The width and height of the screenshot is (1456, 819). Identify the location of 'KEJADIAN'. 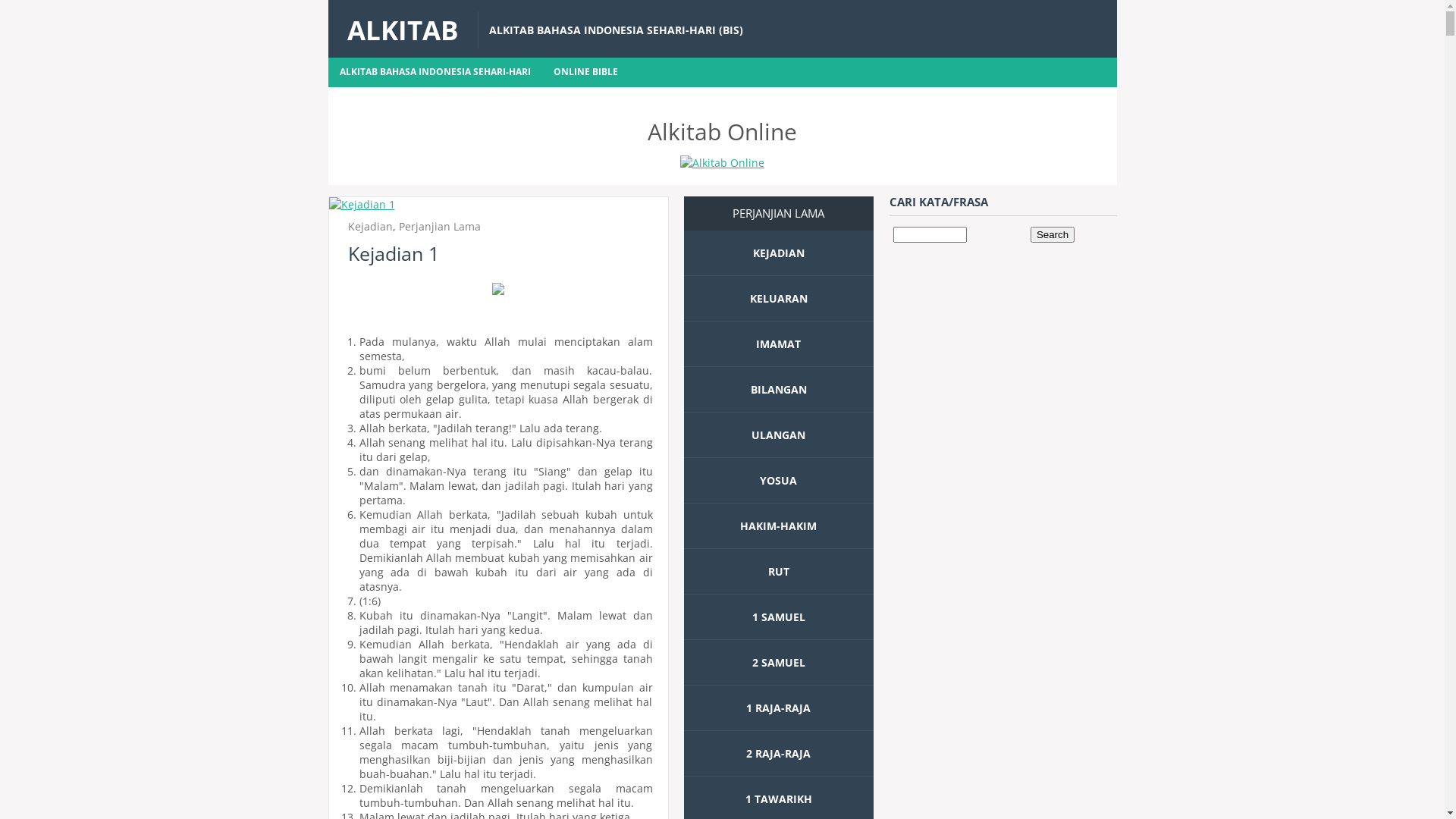
(752, 252).